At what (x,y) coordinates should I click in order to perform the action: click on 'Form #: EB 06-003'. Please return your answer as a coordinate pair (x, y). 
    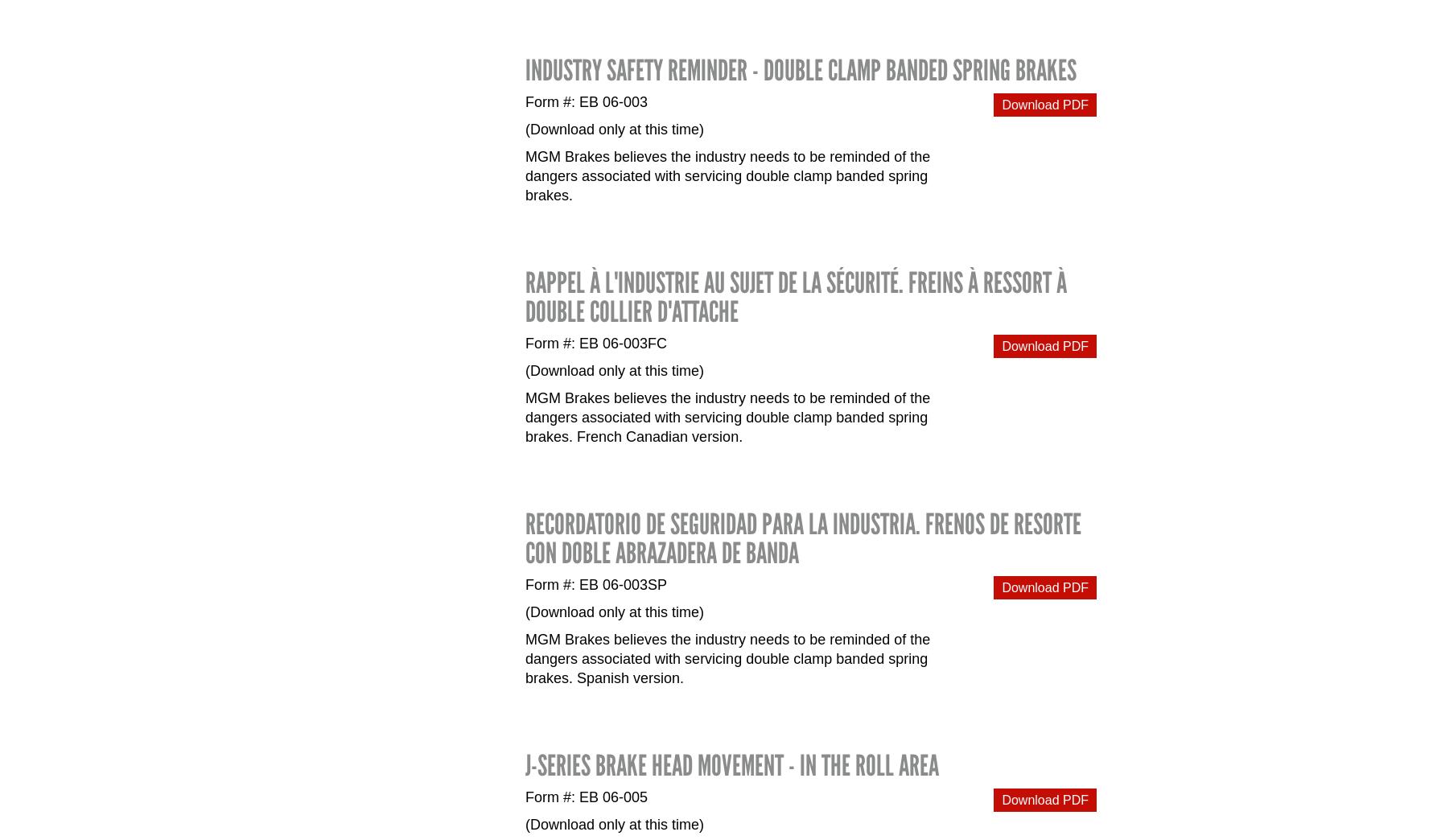
    Looking at the image, I should click on (587, 101).